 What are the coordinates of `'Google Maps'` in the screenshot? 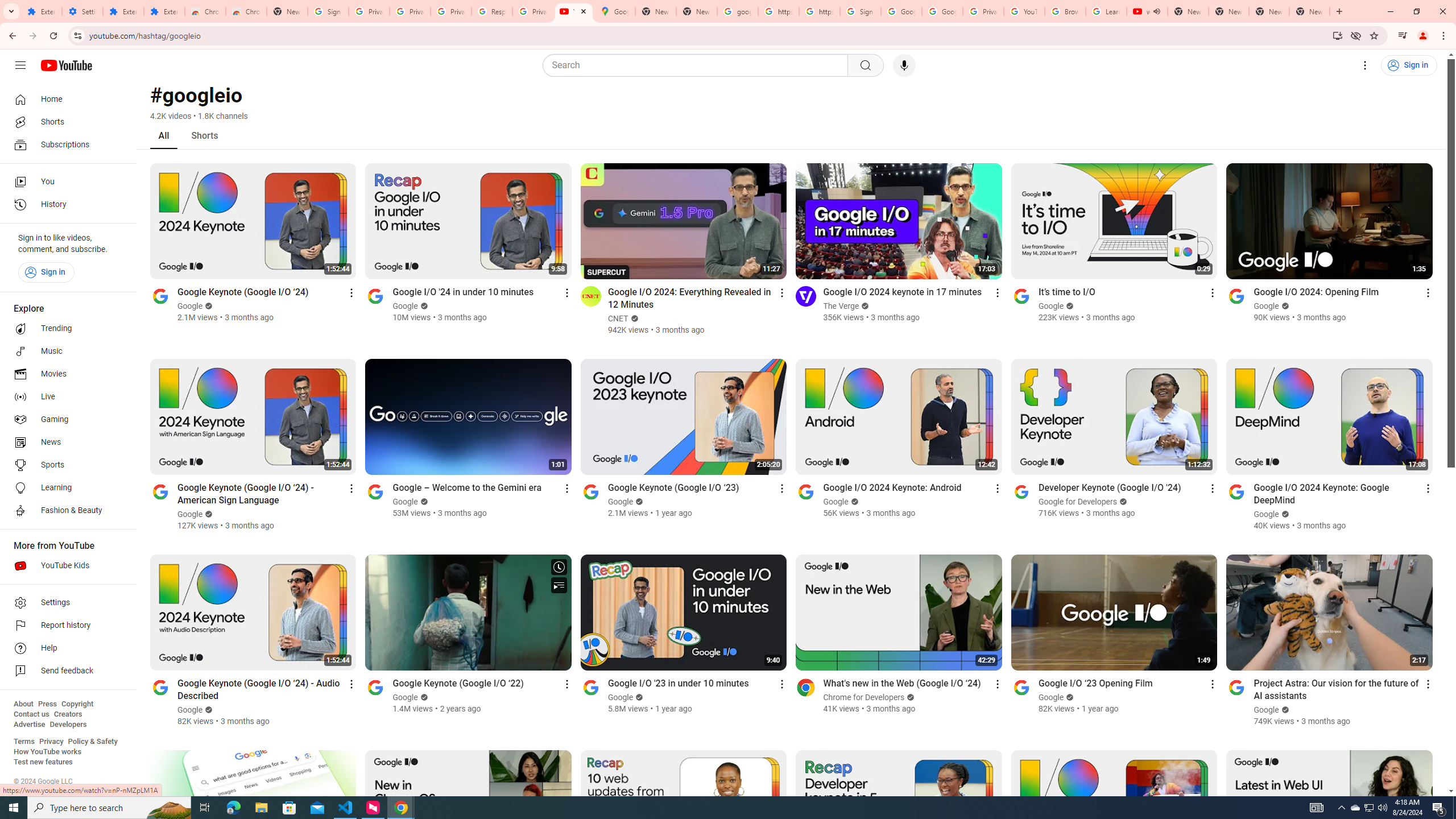 It's located at (614, 11).